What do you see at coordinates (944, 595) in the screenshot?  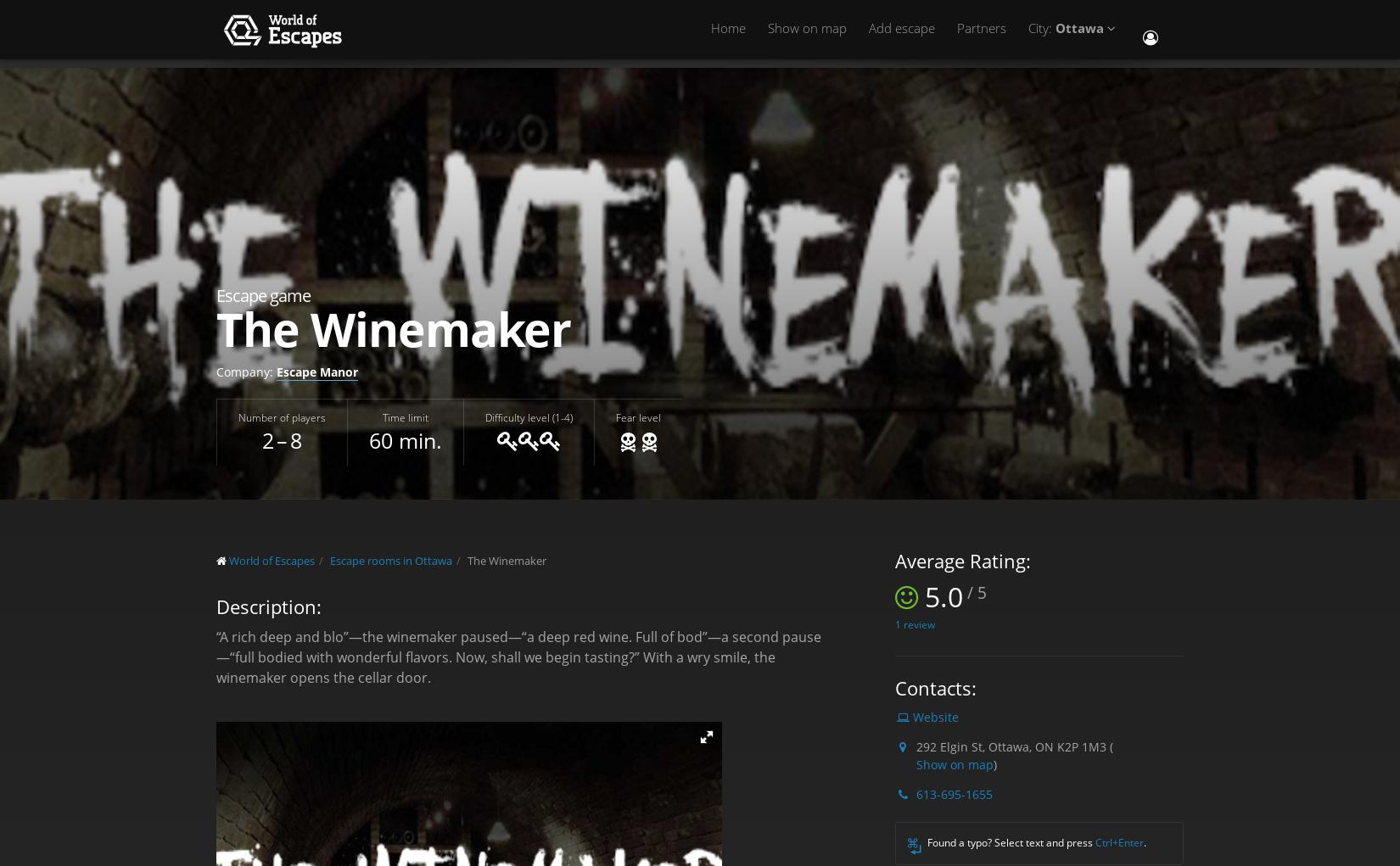 I see `'5.0'` at bounding box center [944, 595].